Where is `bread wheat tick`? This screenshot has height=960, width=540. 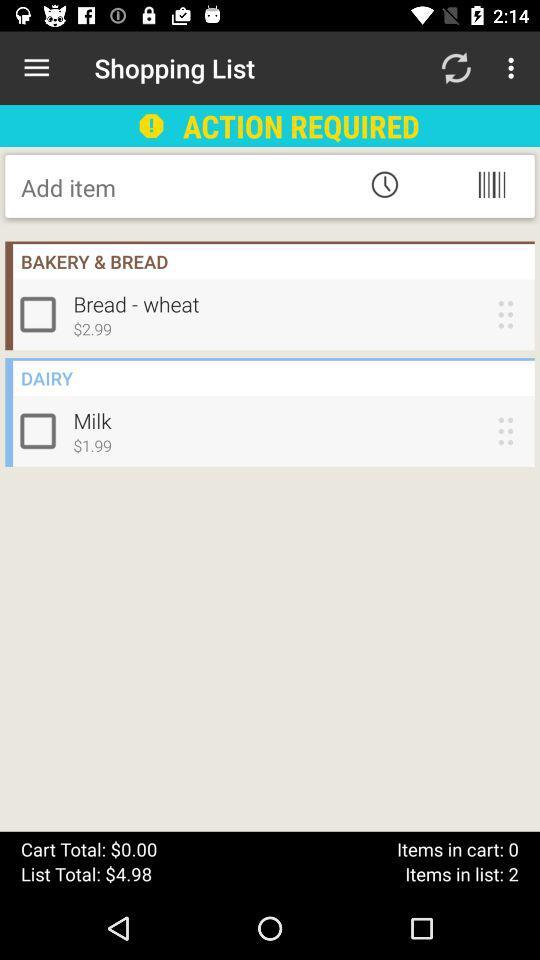 bread wheat tick is located at coordinates (42, 314).